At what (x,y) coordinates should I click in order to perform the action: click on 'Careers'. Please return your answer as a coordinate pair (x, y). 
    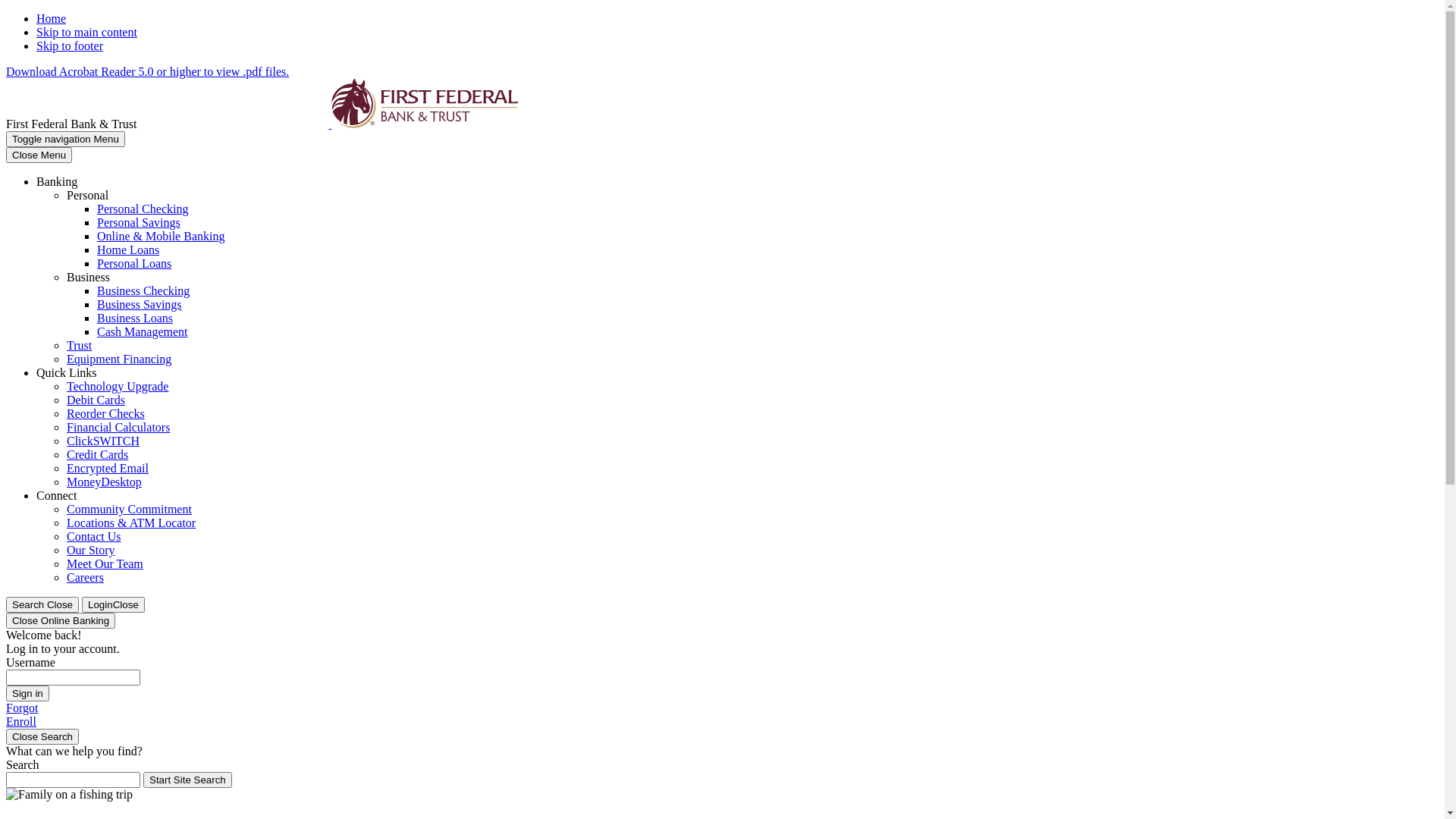
    Looking at the image, I should click on (65, 577).